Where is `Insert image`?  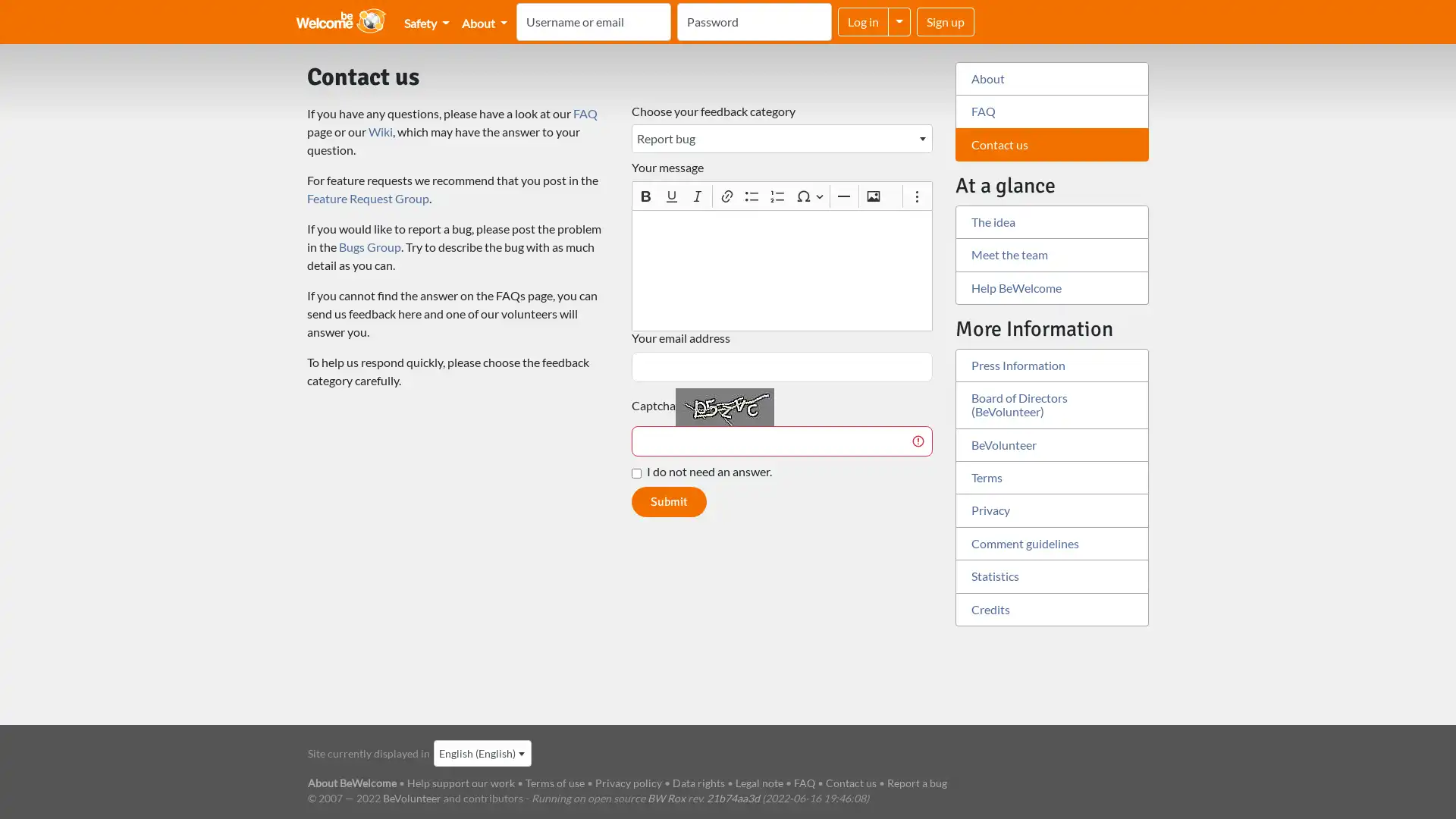
Insert image is located at coordinates (874, 195).